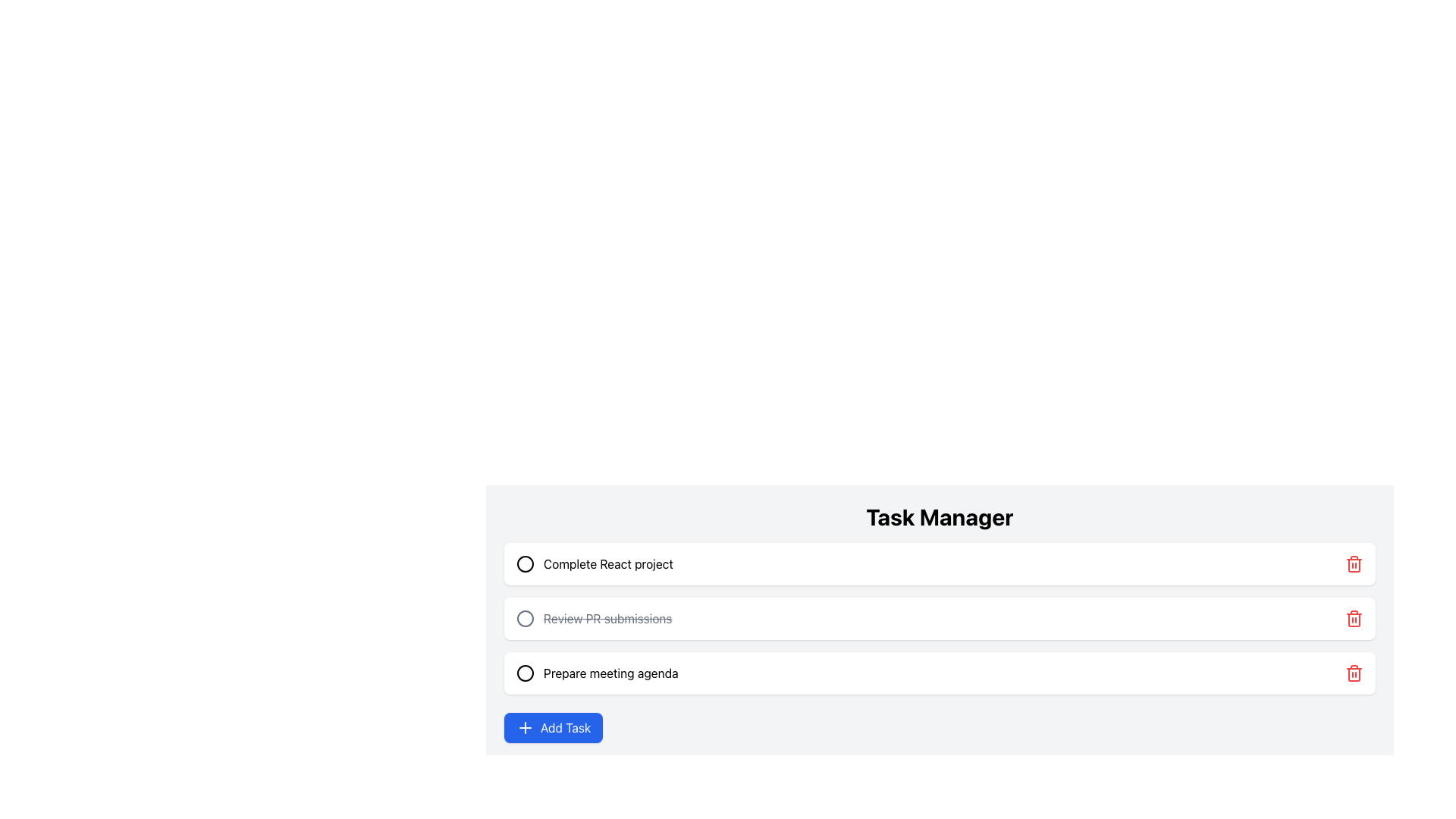 The width and height of the screenshot is (1456, 819). What do you see at coordinates (553, 727) in the screenshot?
I see `the 'Add Task' button located at the bottom left of the 'Task Manager' interface` at bounding box center [553, 727].